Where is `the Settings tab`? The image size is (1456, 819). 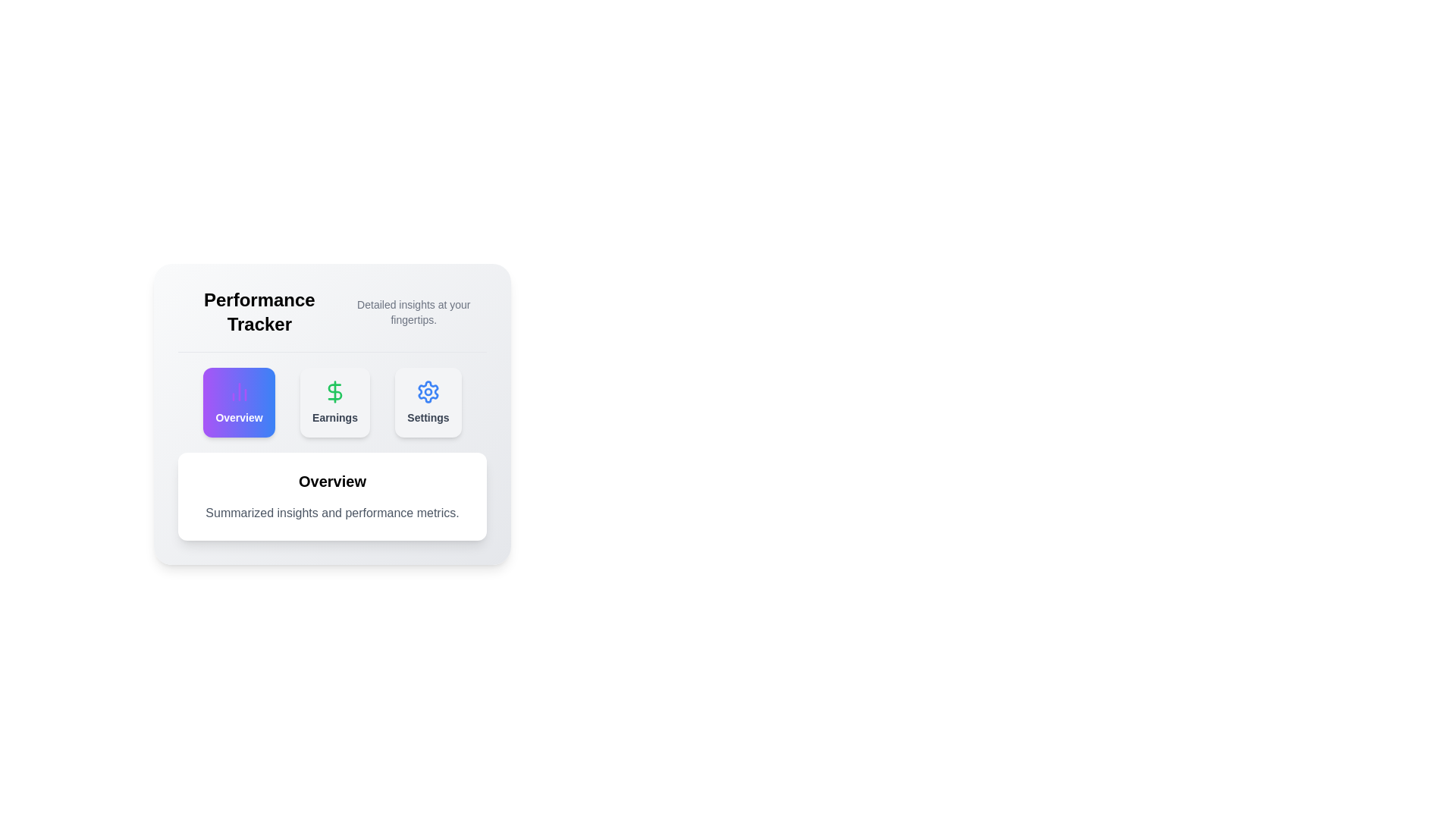 the Settings tab is located at coordinates (428, 402).